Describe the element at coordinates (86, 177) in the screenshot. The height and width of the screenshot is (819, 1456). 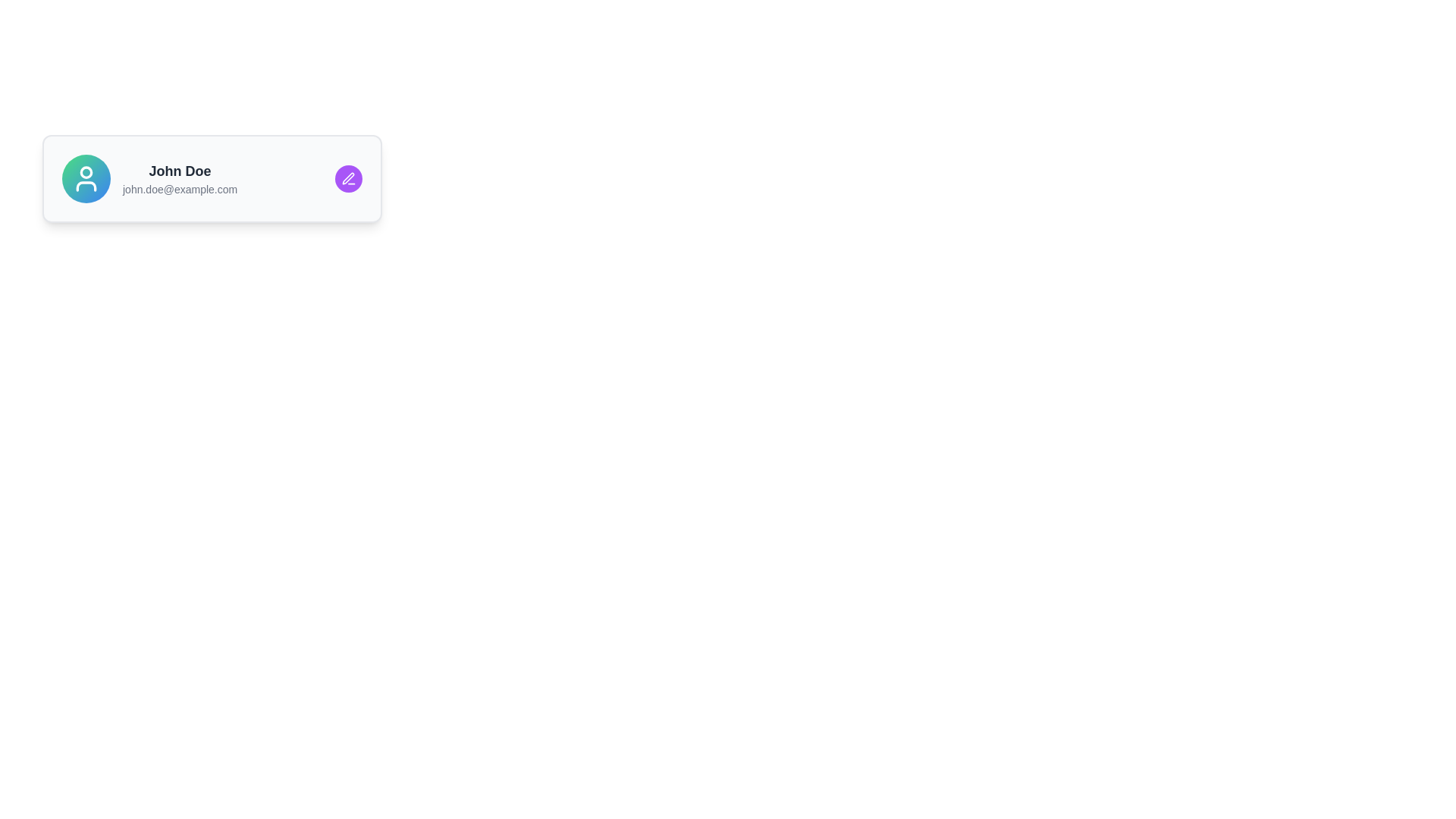
I see `the user profile circular icon representing 'John Doe' for accessibility purposes` at that location.